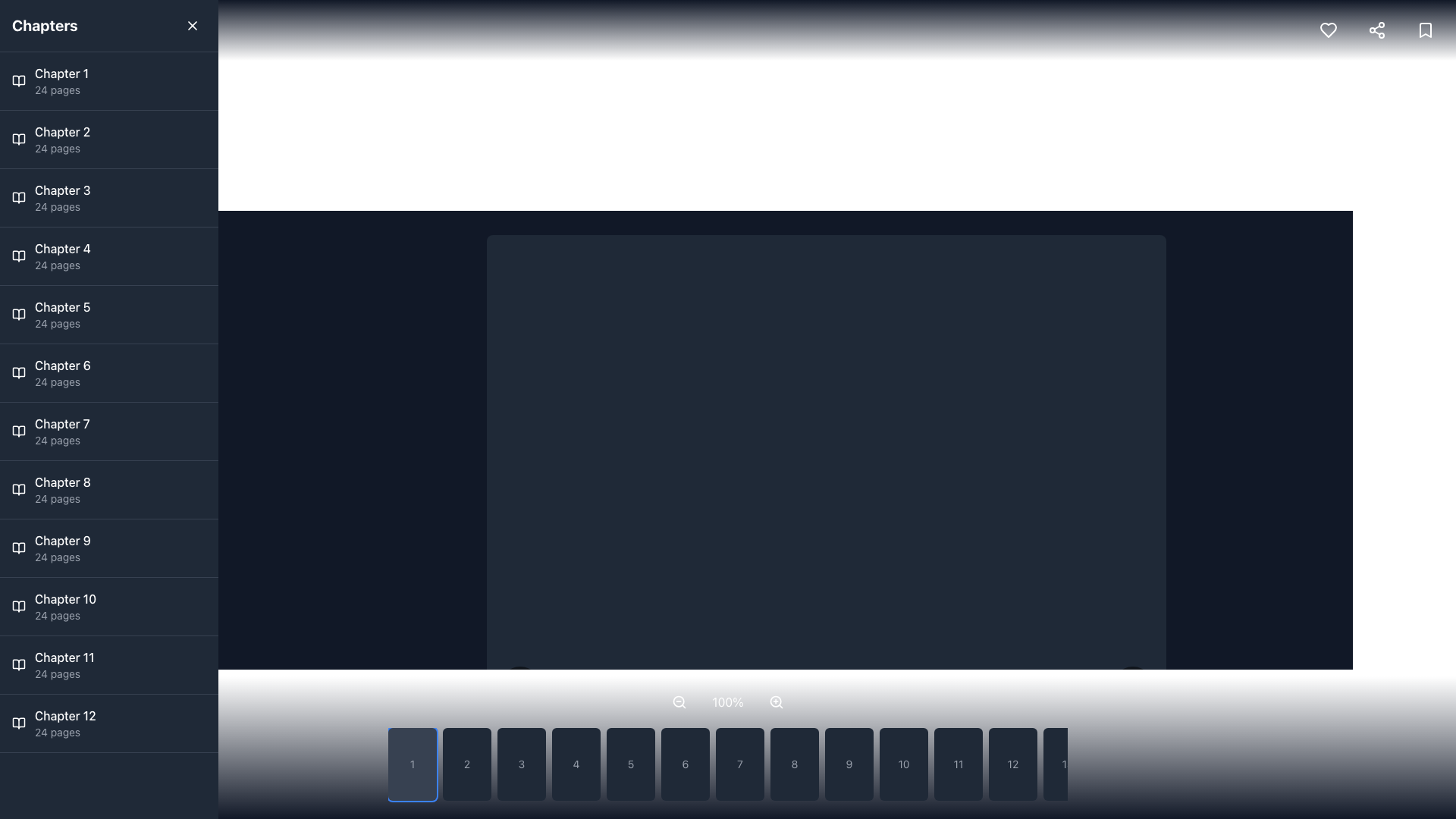 This screenshot has height=819, width=1456. I want to click on the list item displaying 'Chapter 4 24 pages', so click(61, 256).